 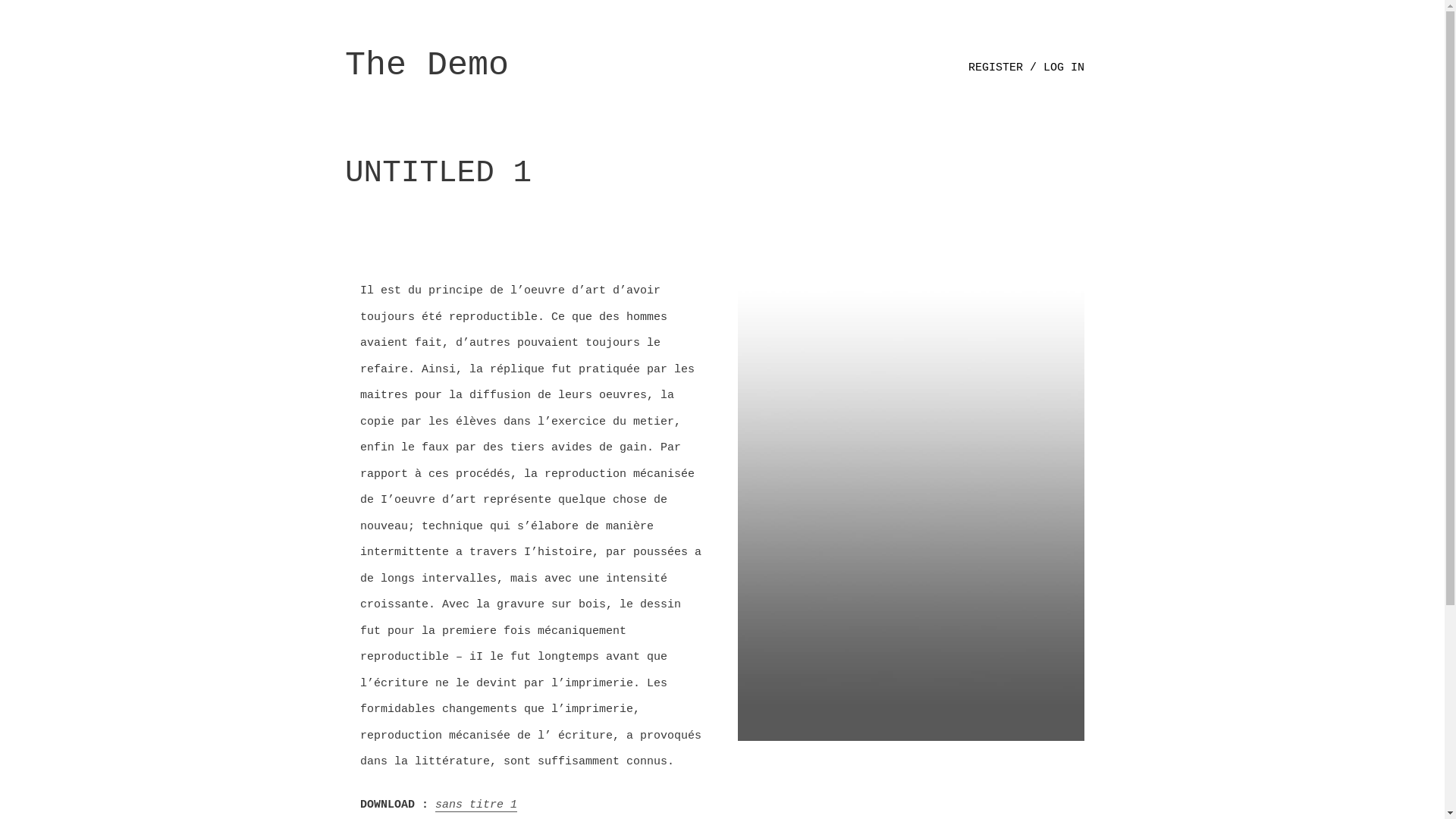 What do you see at coordinates (475, 804) in the screenshot?
I see `'sans titre 1'` at bounding box center [475, 804].